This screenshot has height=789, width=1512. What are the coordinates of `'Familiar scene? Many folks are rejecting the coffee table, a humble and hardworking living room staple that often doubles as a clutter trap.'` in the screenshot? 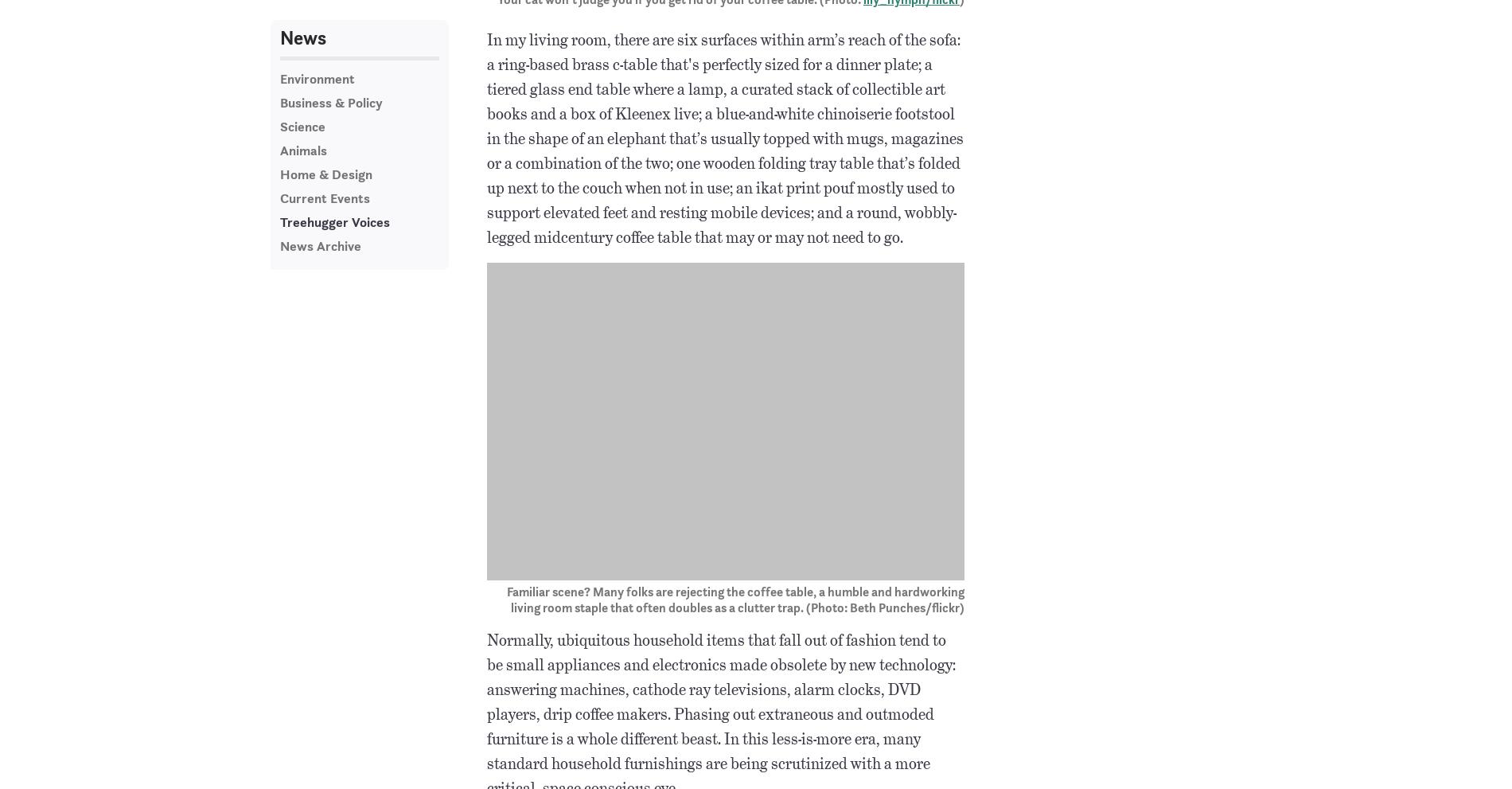 It's located at (735, 599).